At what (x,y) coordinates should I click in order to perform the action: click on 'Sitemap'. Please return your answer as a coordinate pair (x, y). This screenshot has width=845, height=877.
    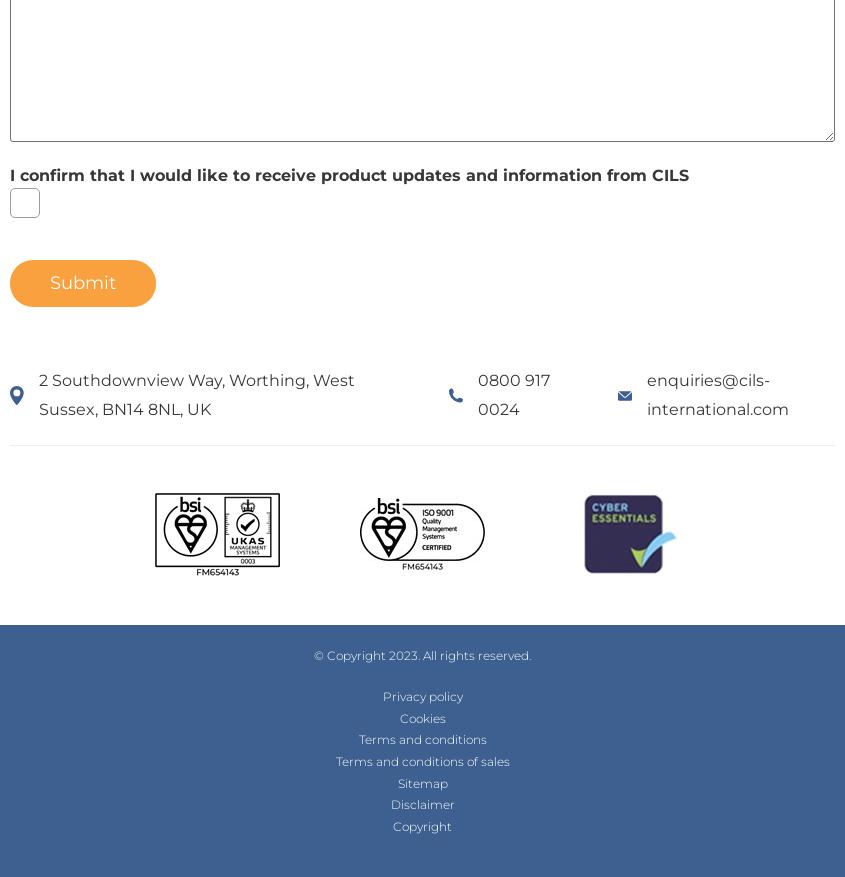
    Looking at the image, I should click on (420, 781).